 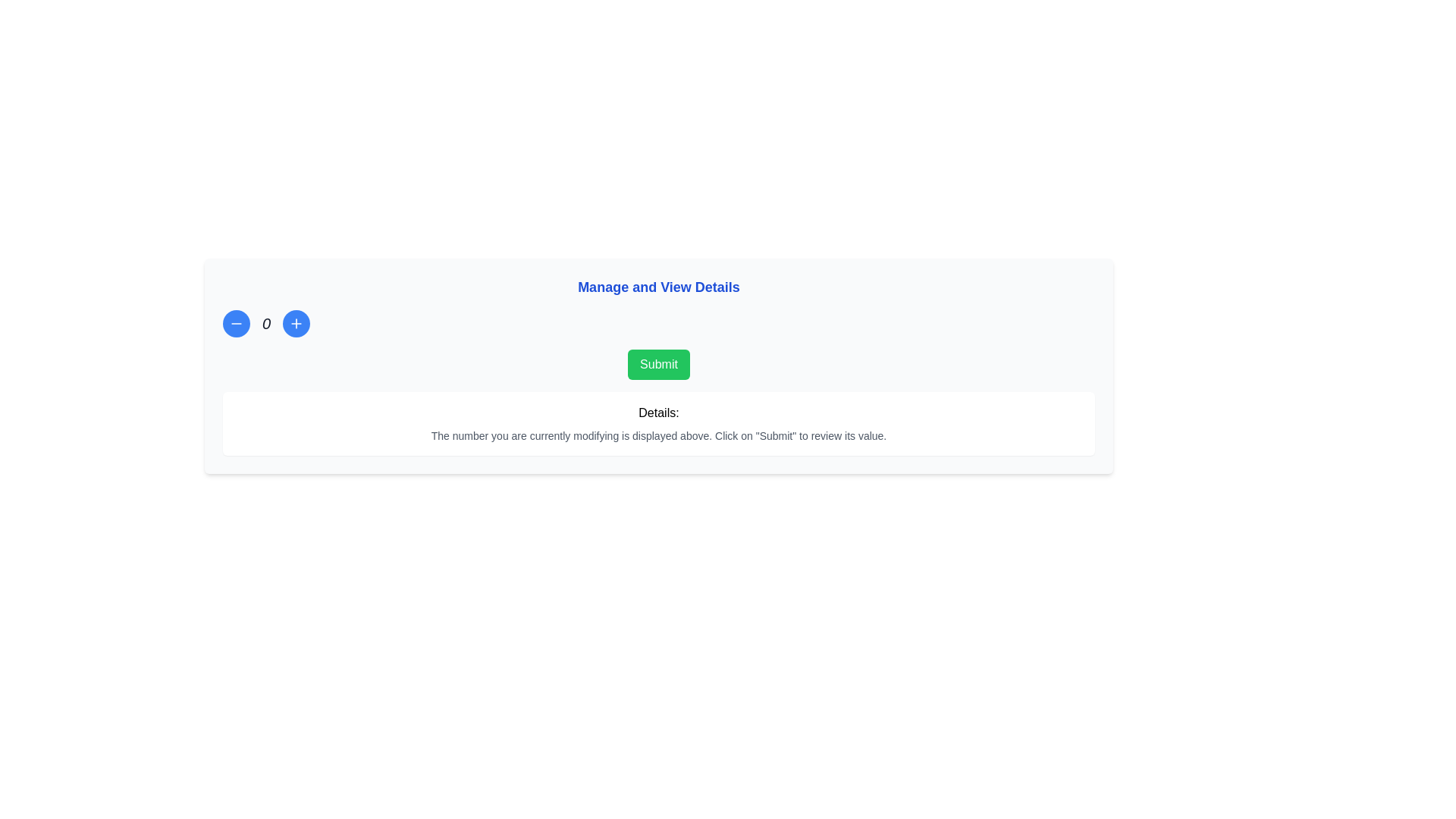 What do you see at coordinates (658, 365) in the screenshot?
I see `the button located below the 'Manage and View Details' section heading to trigger a color change effect` at bounding box center [658, 365].